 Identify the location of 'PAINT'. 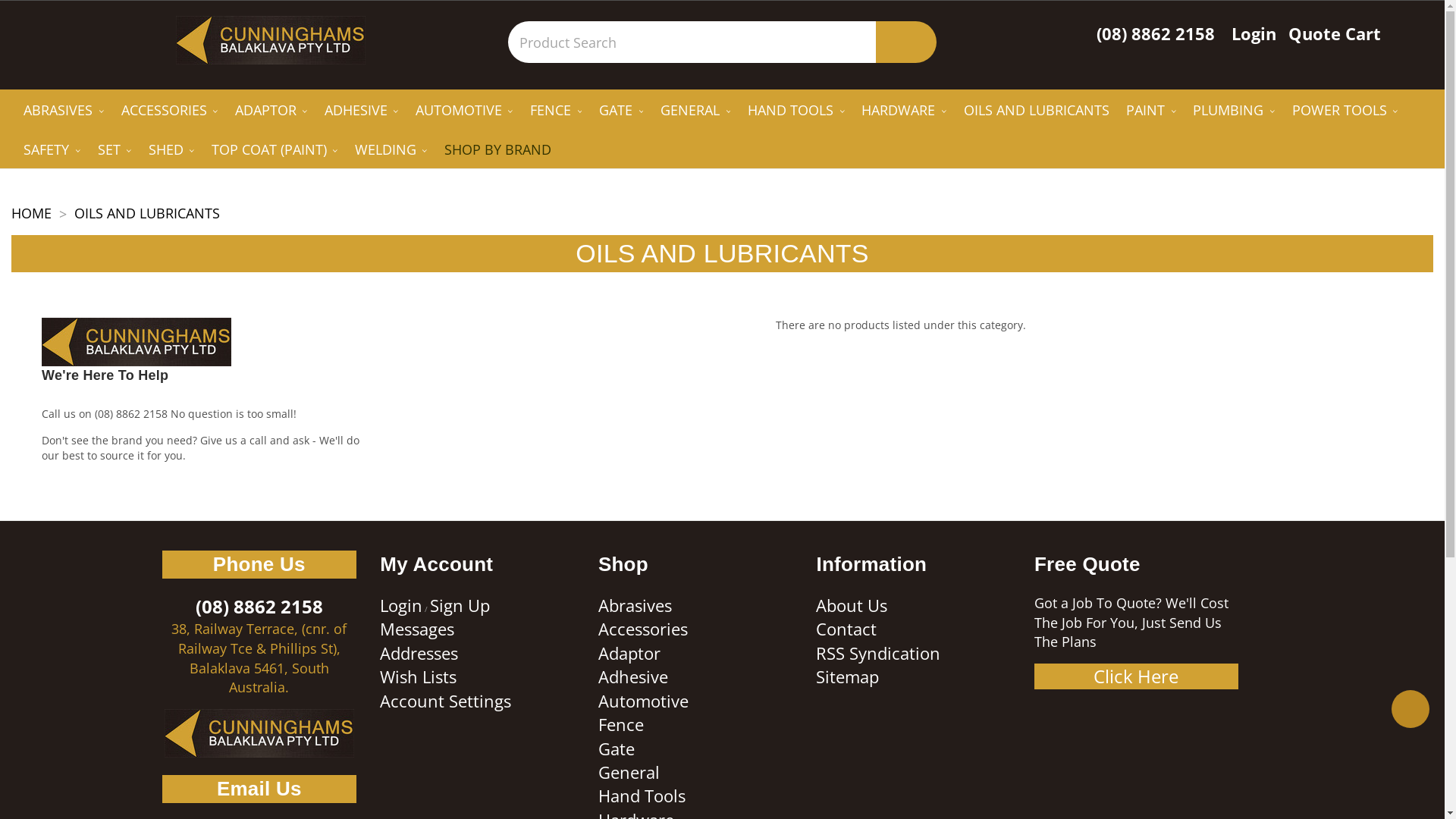
(1150, 111).